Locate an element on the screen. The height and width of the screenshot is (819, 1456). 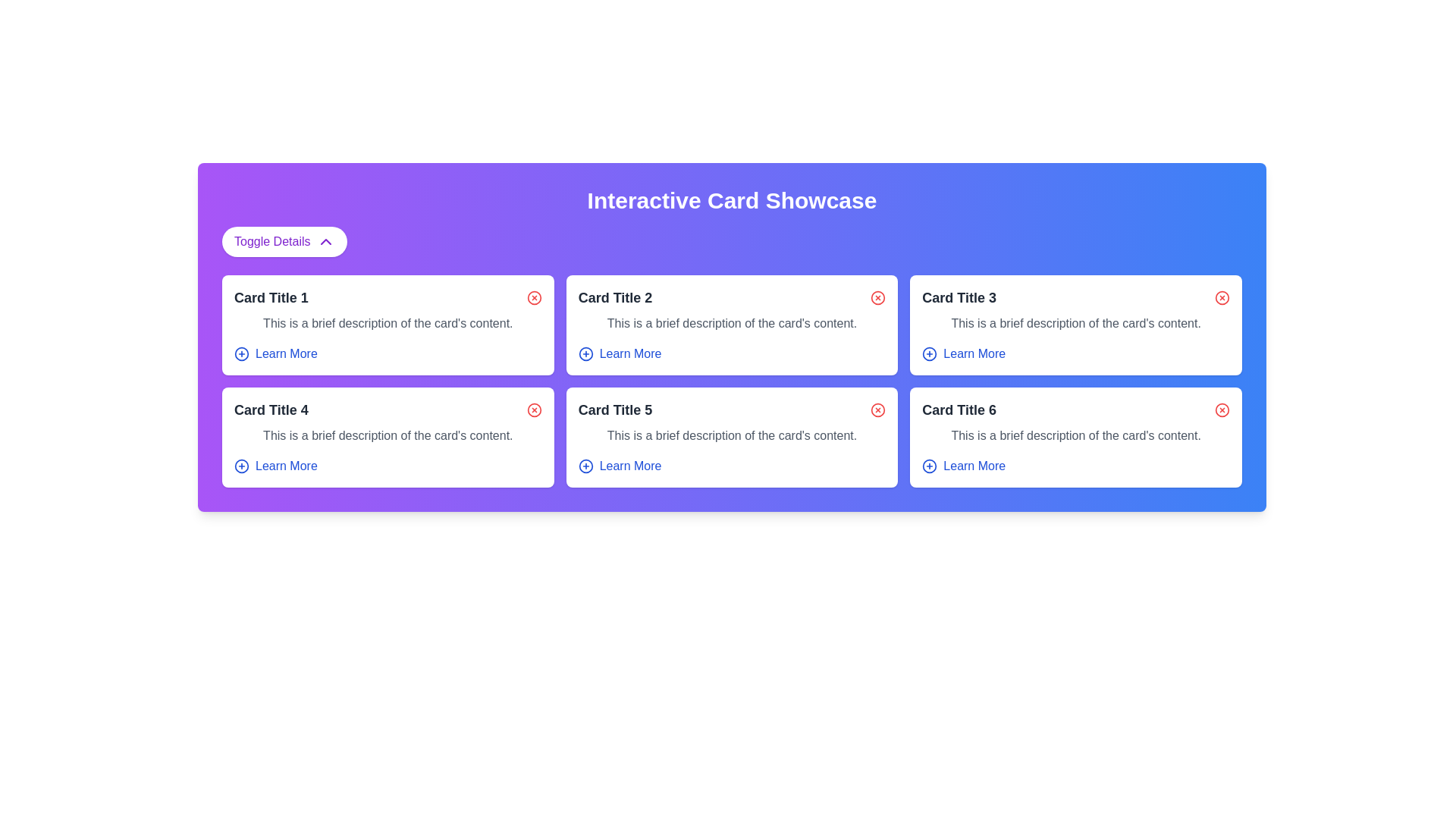
the circular icon located in the top-right corner of the third card in the grid layout is located at coordinates (1222, 298).